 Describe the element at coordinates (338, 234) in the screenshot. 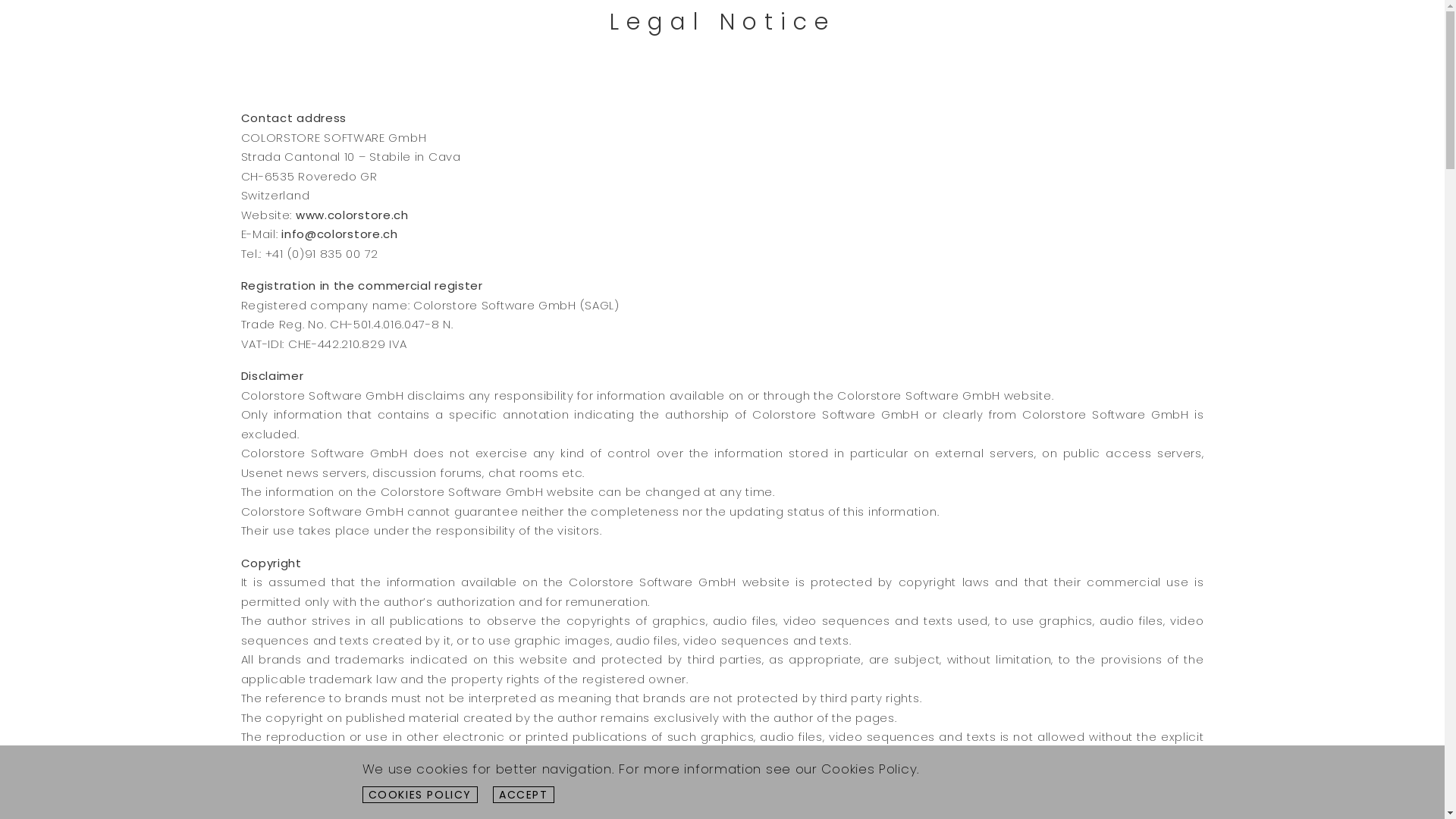

I see `'info@colorstore.ch'` at that location.